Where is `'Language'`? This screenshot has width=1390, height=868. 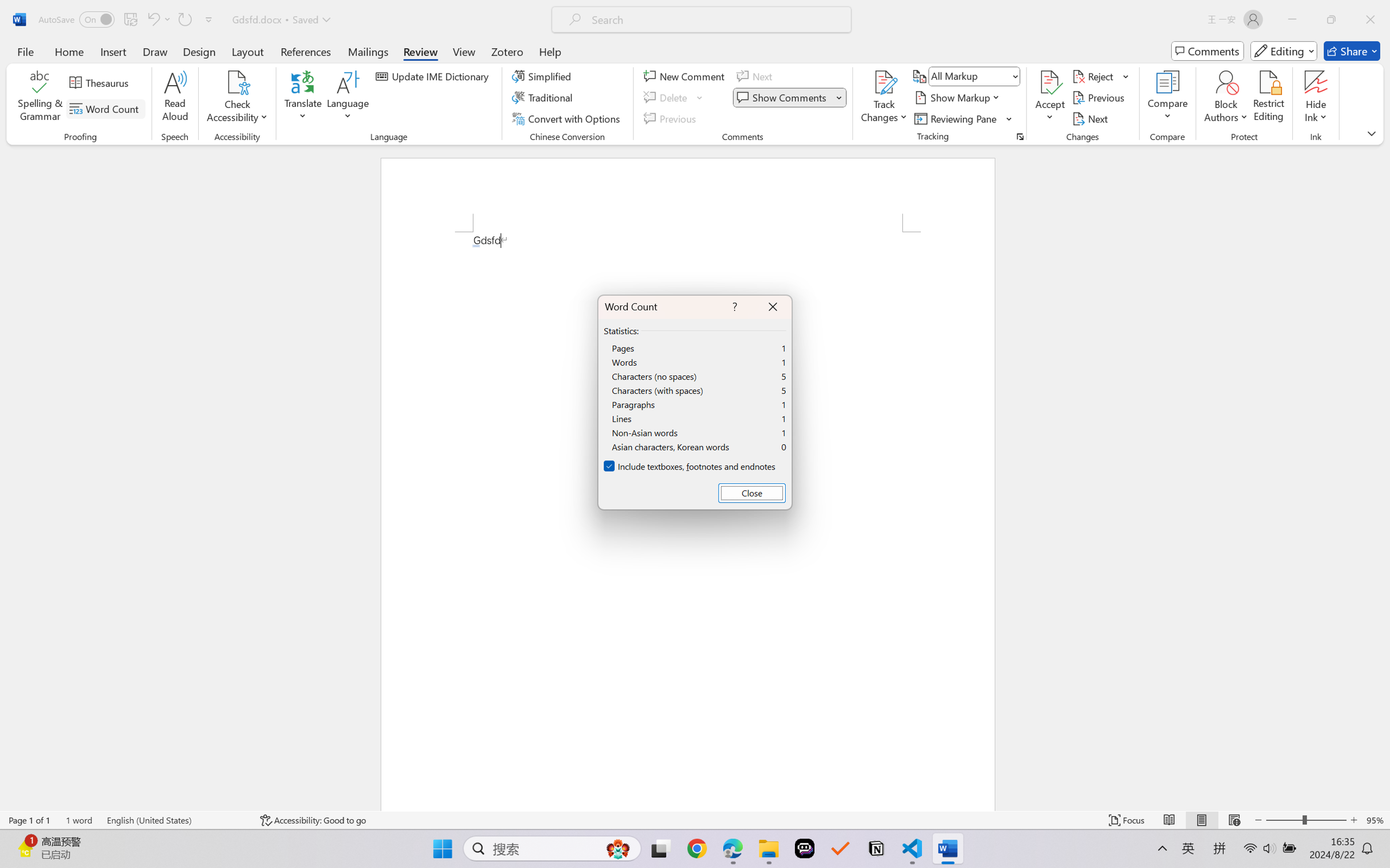 'Language' is located at coordinates (347, 98).